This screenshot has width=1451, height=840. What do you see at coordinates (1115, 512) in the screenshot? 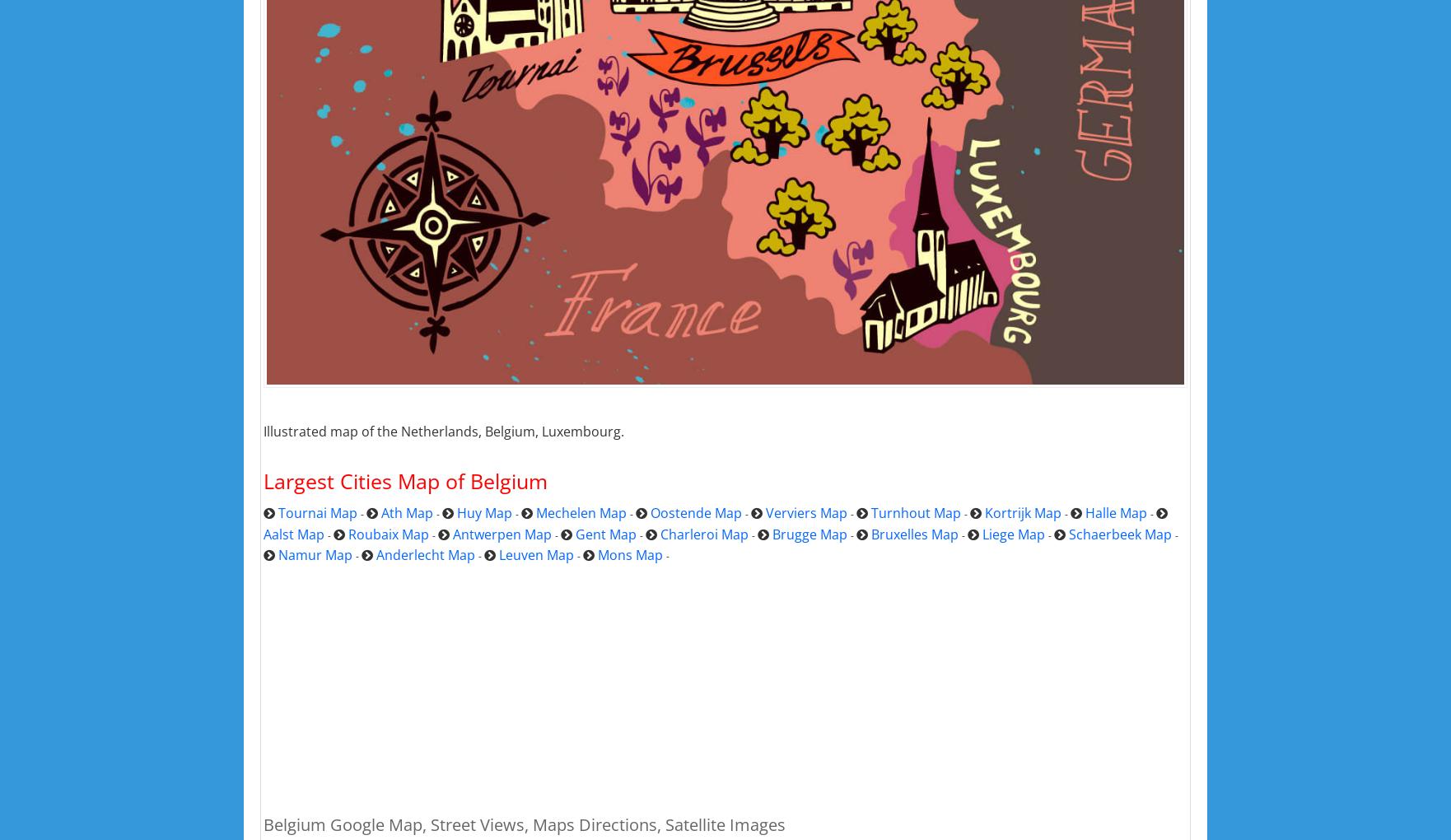
I see `'Halle Map'` at bounding box center [1115, 512].